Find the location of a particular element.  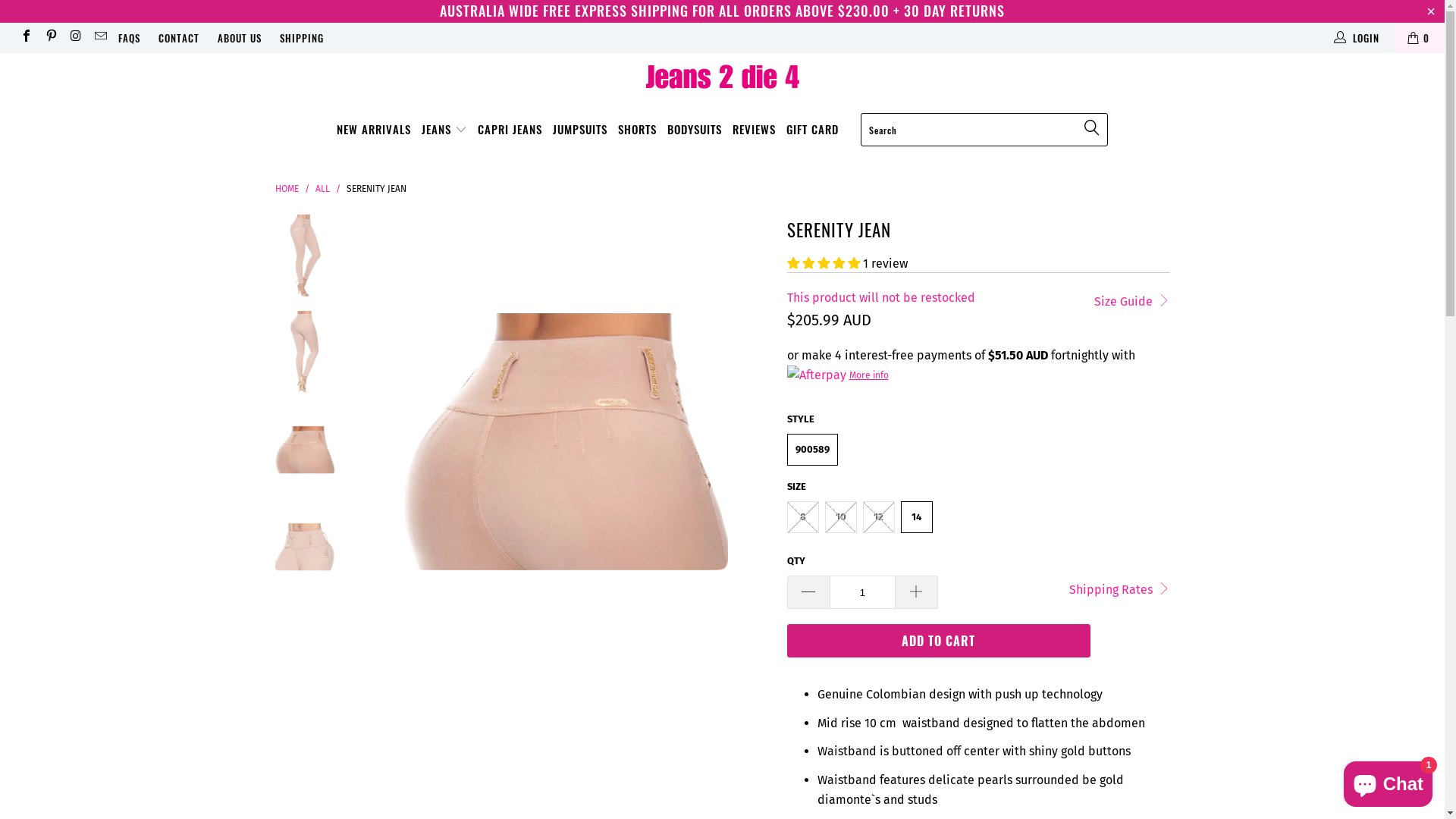

'ALL' is located at coordinates (322, 188).